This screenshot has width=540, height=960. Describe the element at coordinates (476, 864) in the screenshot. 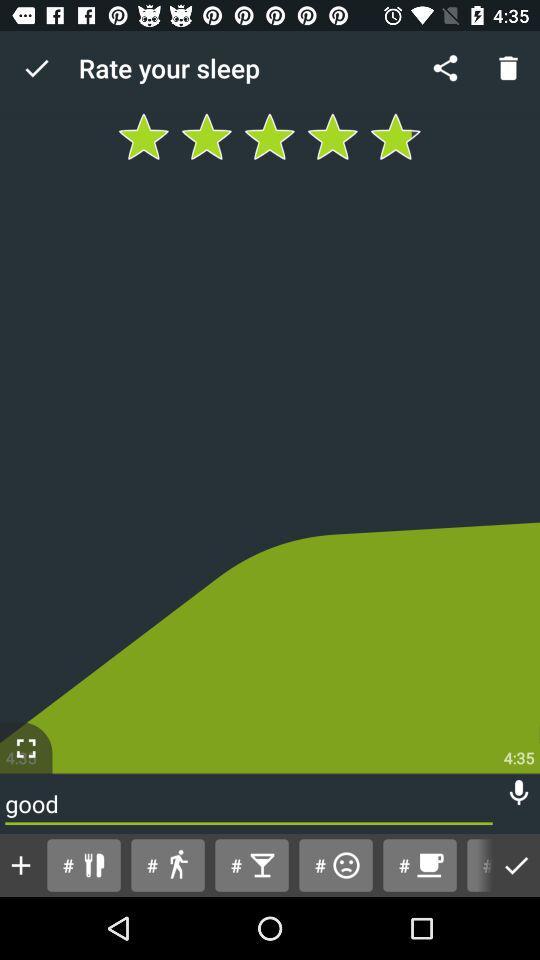

I see `the icon below good` at that location.